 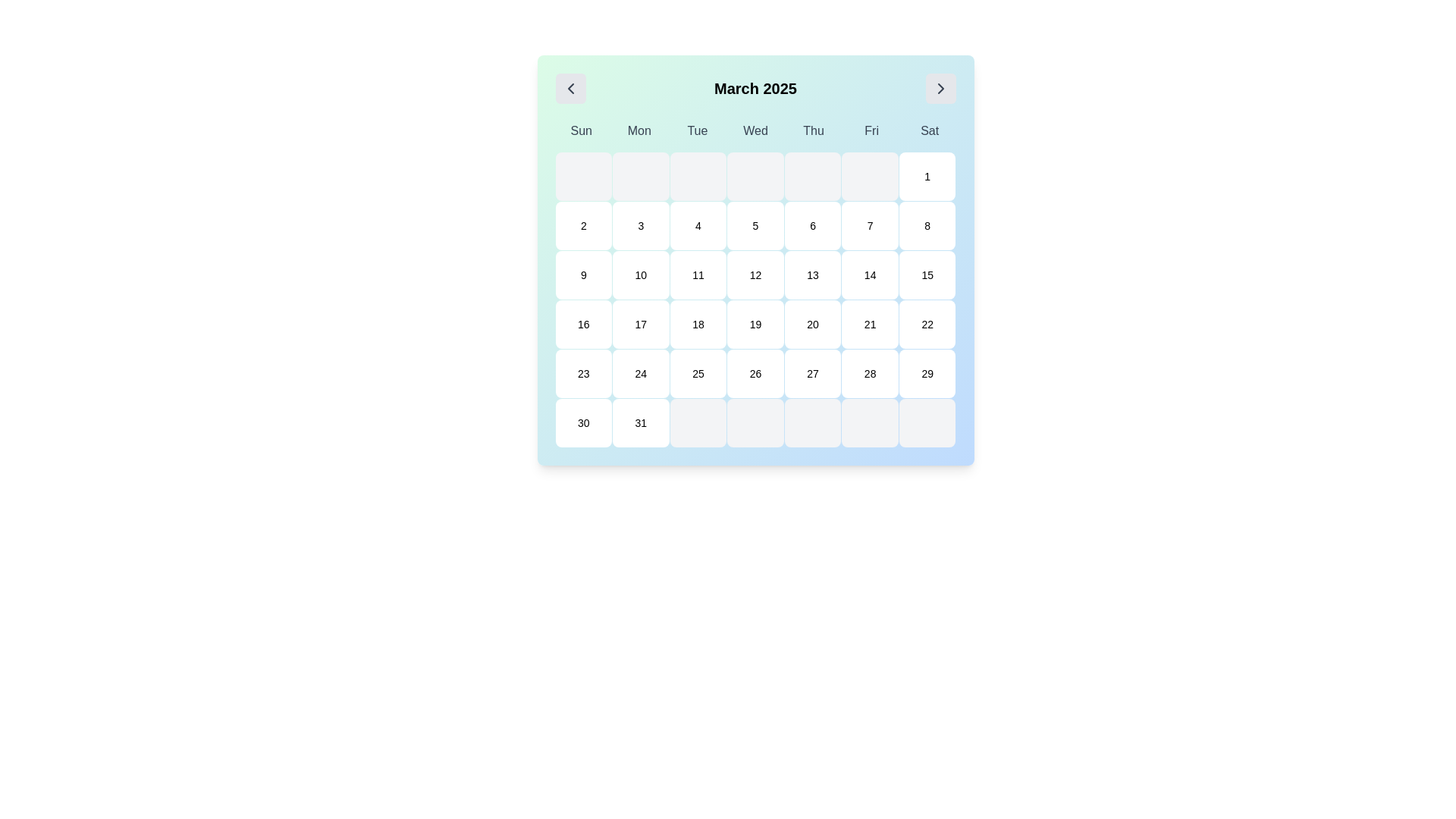 What do you see at coordinates (870, 175) in the screenshot?
I see `the square-shaped calendar cell located in the first row, sixth column of the calendar grid, styled with a light gray color and rounded corners` at bounding box center [870, 175].